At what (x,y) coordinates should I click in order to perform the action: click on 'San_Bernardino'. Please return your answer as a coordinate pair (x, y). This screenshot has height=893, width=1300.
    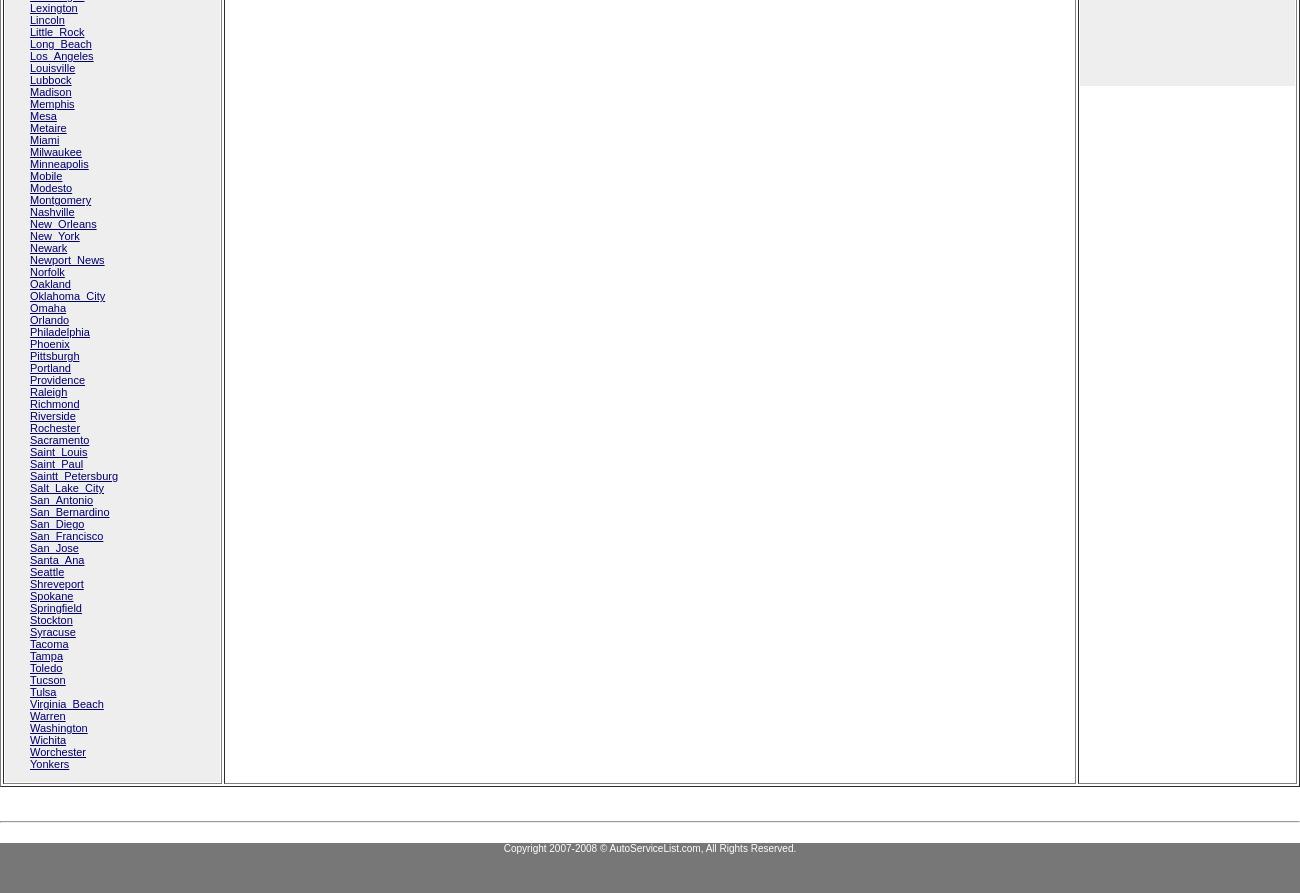
    Looking at the image, I should click on (69, 510).